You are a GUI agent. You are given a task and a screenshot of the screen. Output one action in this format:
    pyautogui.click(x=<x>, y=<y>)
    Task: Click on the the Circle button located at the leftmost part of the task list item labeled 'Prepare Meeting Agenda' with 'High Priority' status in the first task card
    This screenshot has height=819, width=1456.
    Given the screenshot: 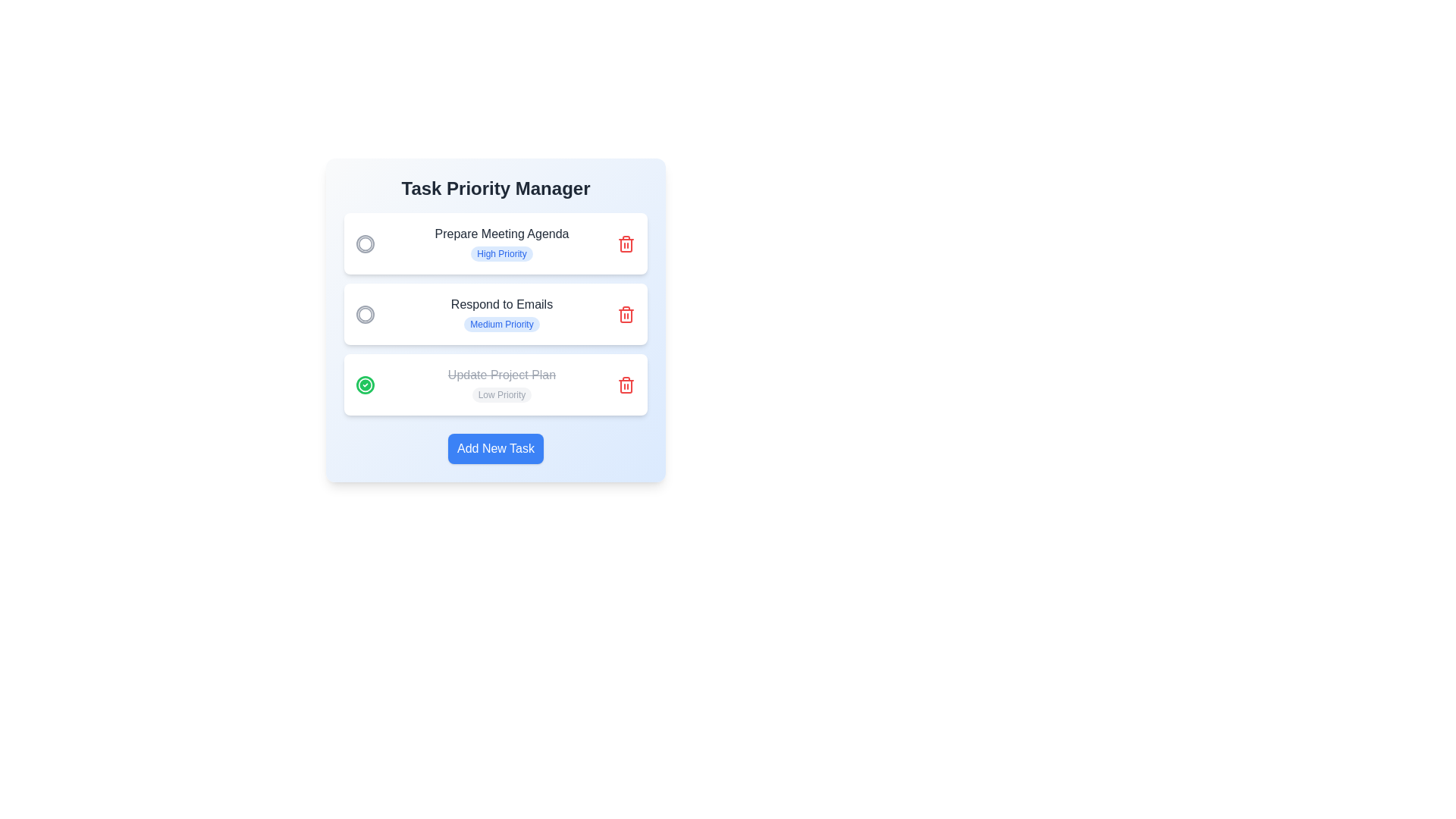 What is the action you would take?
    pyautogui.click(x=365, y=243)
    